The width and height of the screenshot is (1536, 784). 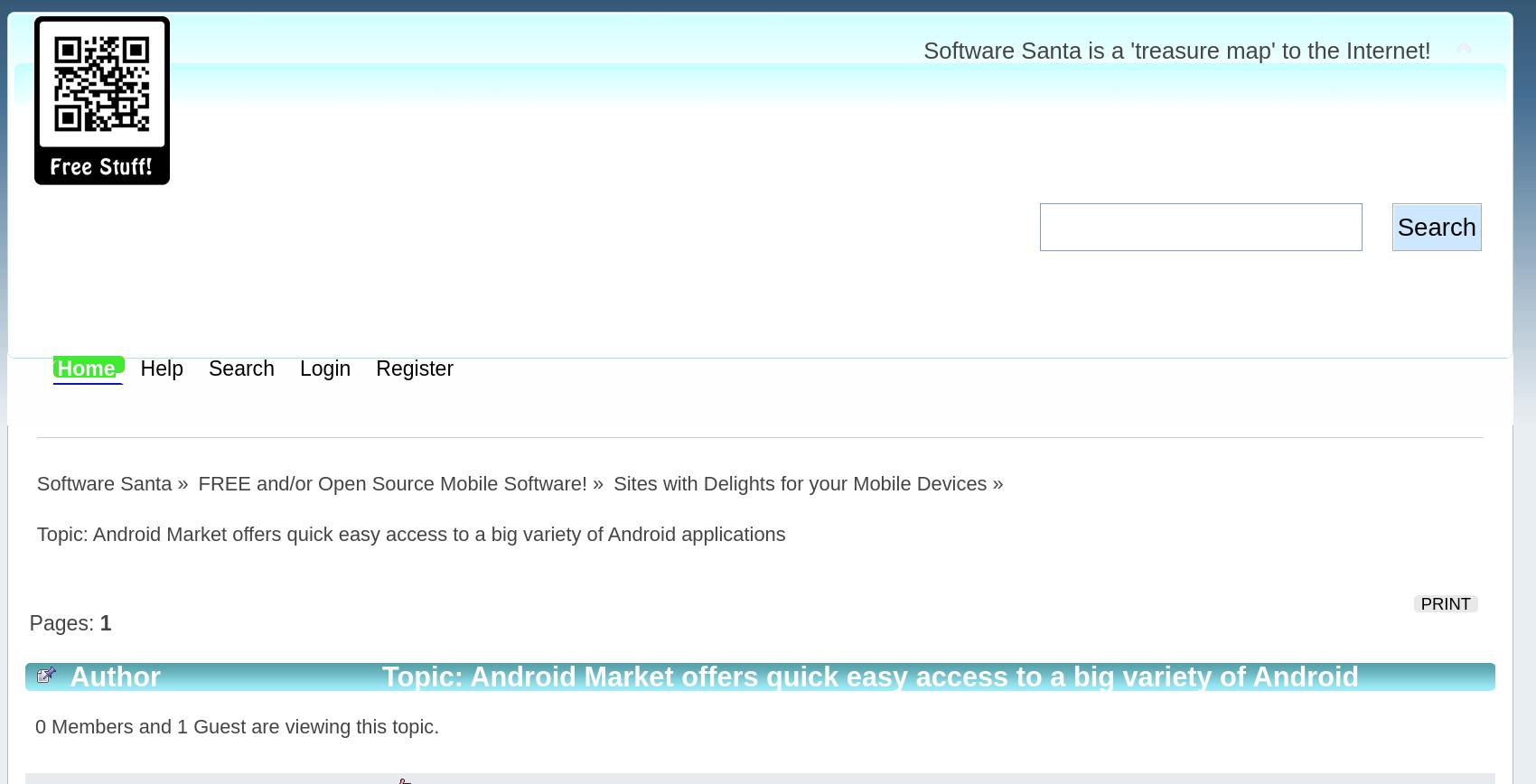 I want to click on 'Software Santa', so click(x=102, y=483).